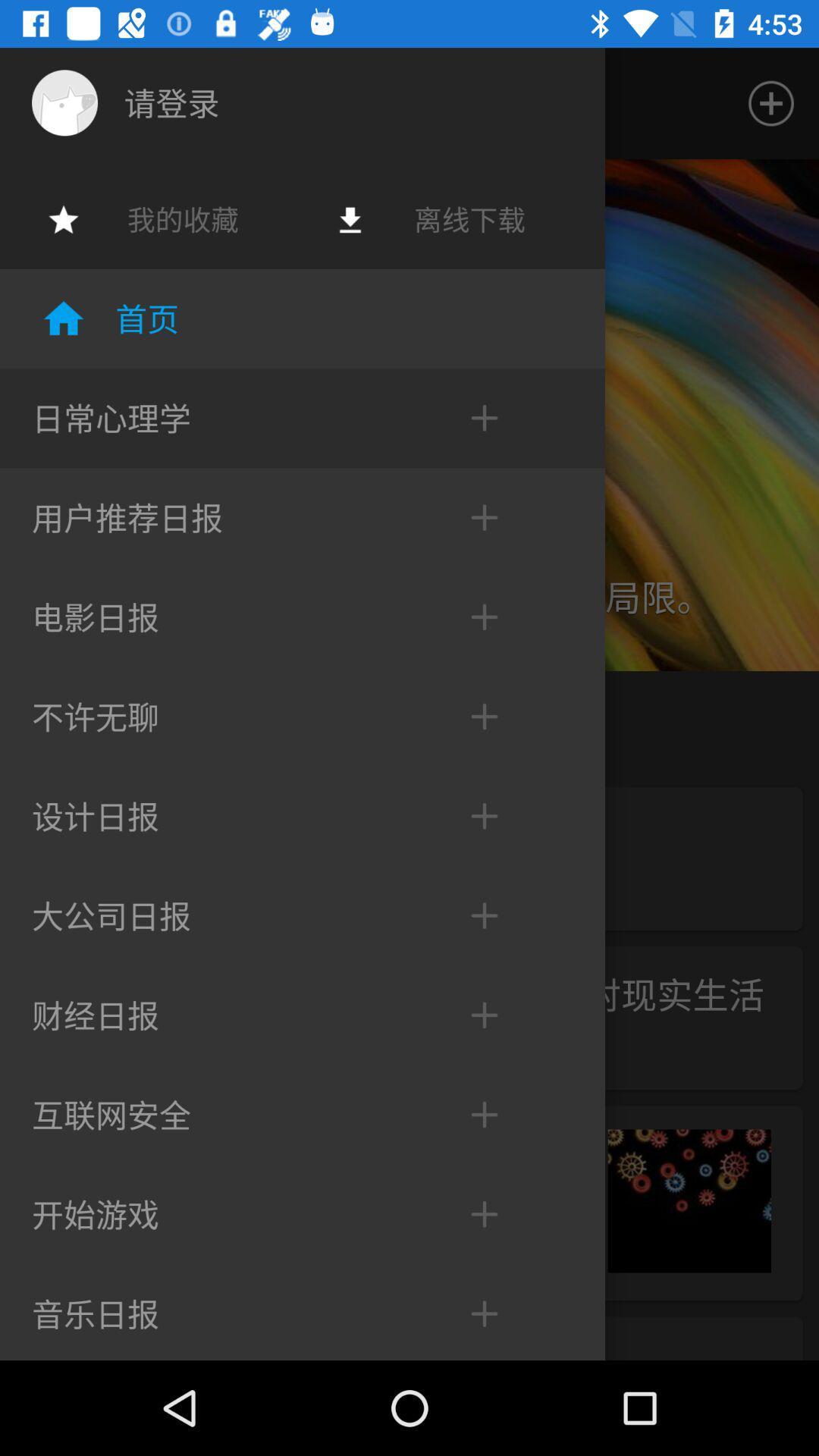 Image resolution: width=819 pixels, height=1456 pixels. I want to click on the fifth plus icon from the bottom, so click(467, 915).